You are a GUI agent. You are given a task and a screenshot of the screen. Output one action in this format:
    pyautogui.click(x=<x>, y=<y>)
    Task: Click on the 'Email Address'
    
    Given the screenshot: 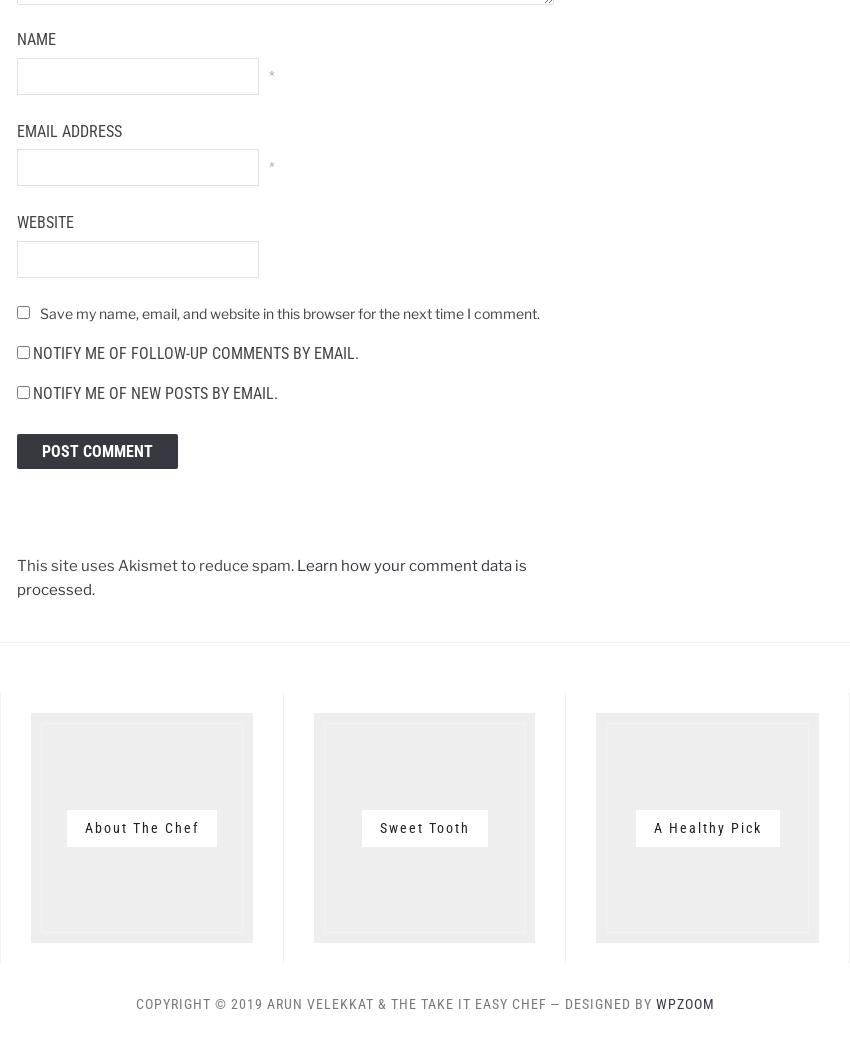 What is the action you would take?
    pyautogui.click(x=69, y=130)
    